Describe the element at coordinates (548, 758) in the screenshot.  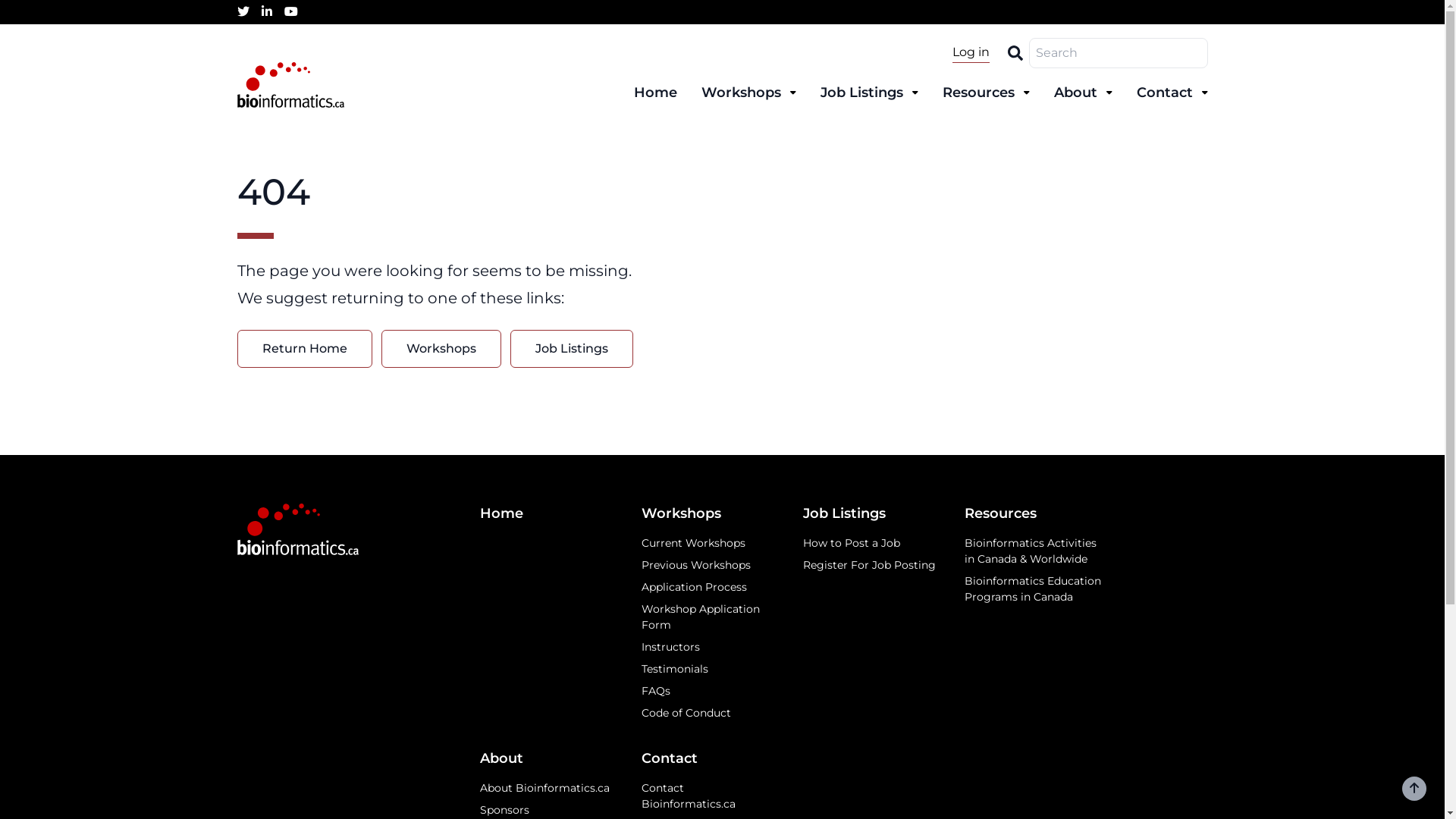
I see `'About'` at that location.